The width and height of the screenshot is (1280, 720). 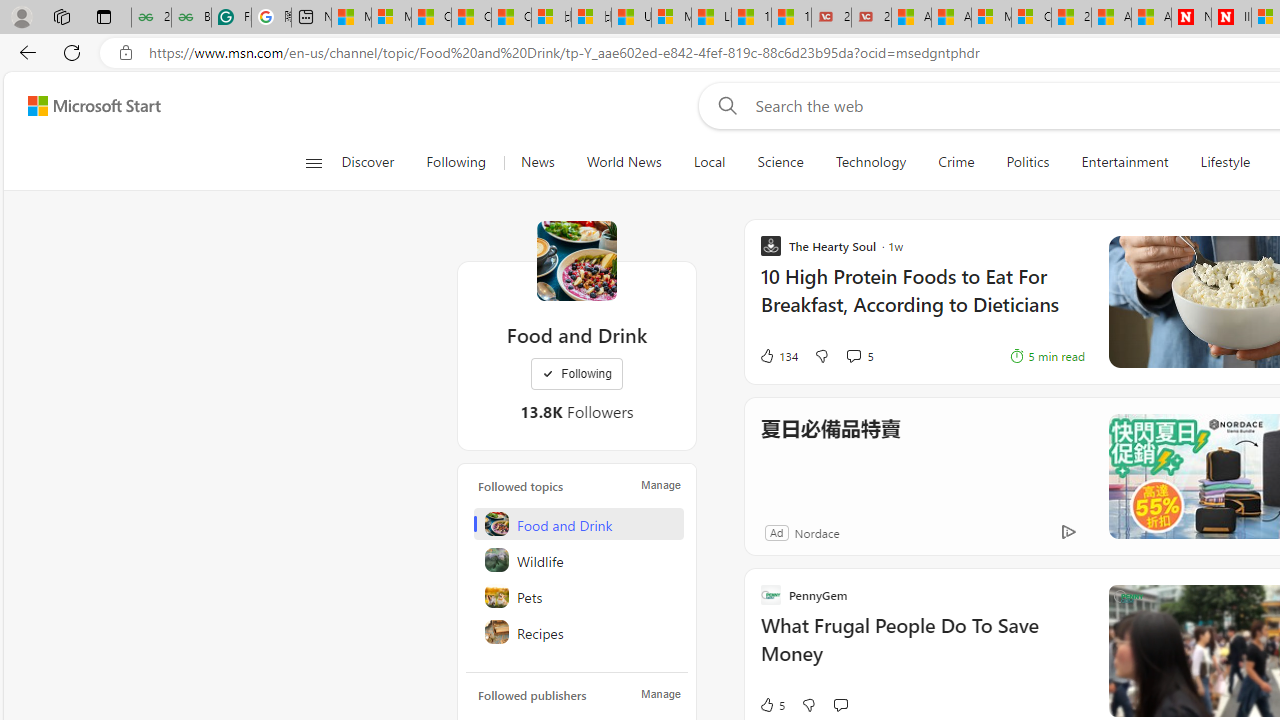 I want to click on 'Workspaces', so click(x=61, y=16).